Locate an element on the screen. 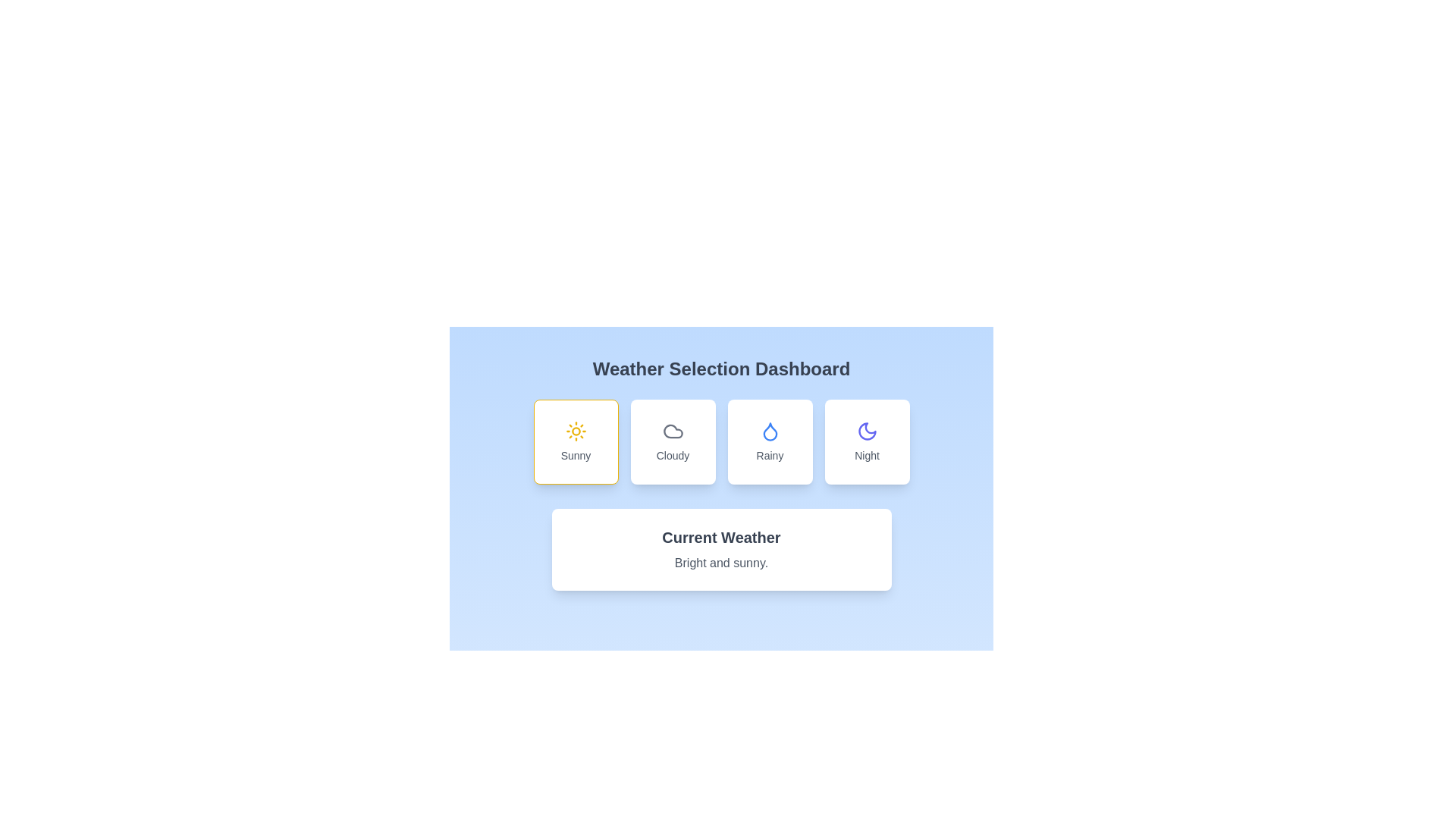 This screenshot has height=819, width=1456. text label displaying 'Cloudy' located at the bottom center of the second weather option card under the 'Weather Selection Dashboard' is located at coordinates (672, 455).